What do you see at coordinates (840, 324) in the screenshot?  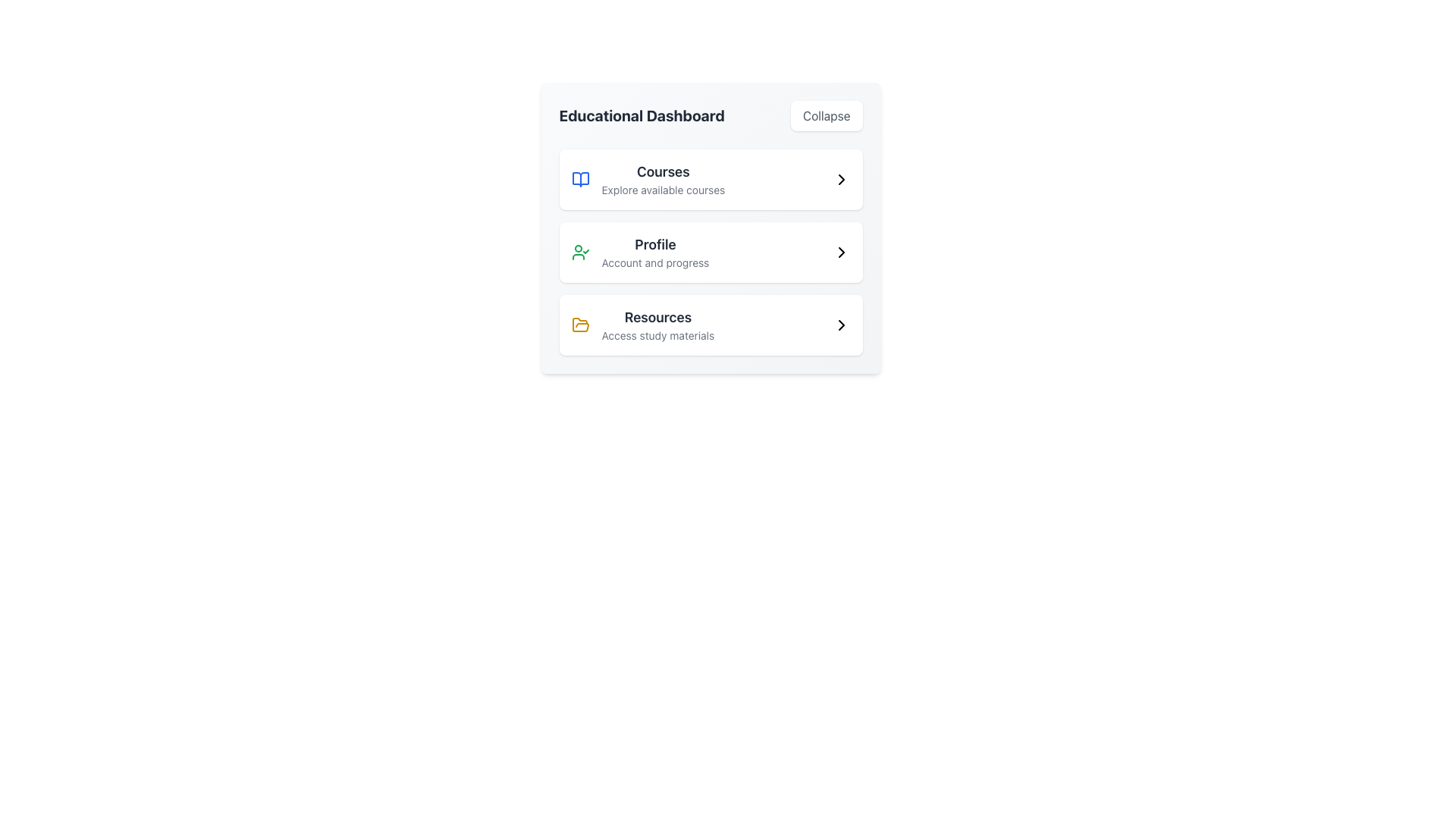 I see `the small right-pointing chevron arrow located at the far right edge of the last item ('Resources') in a vertical list inside a rectangular card` at bounding box center [840, 324].